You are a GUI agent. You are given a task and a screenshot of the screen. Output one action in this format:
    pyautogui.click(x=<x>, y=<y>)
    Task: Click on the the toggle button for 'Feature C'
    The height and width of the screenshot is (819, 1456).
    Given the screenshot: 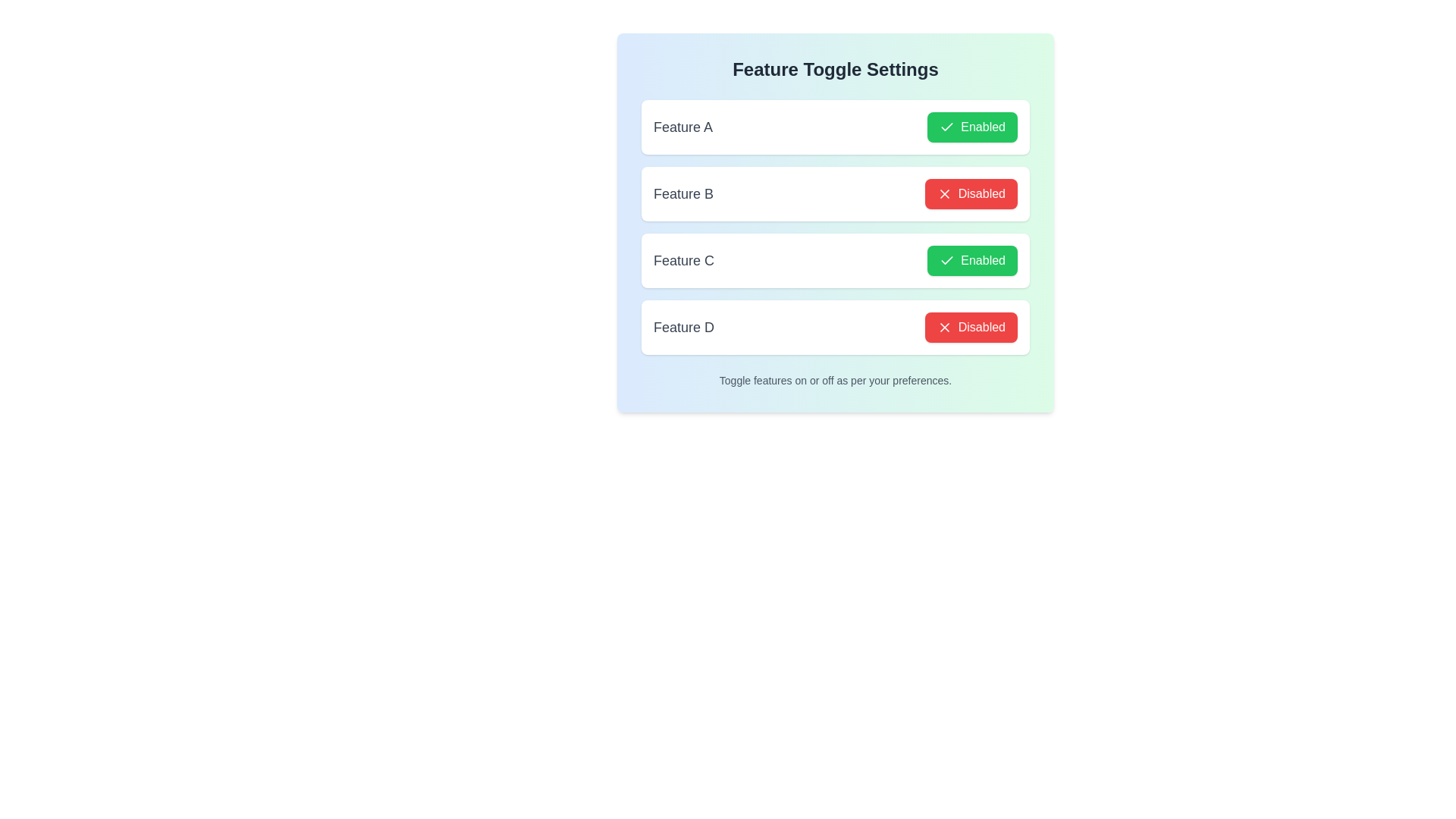 What is the action you would take?
    pyautogui.click(x=972, y=259)
    